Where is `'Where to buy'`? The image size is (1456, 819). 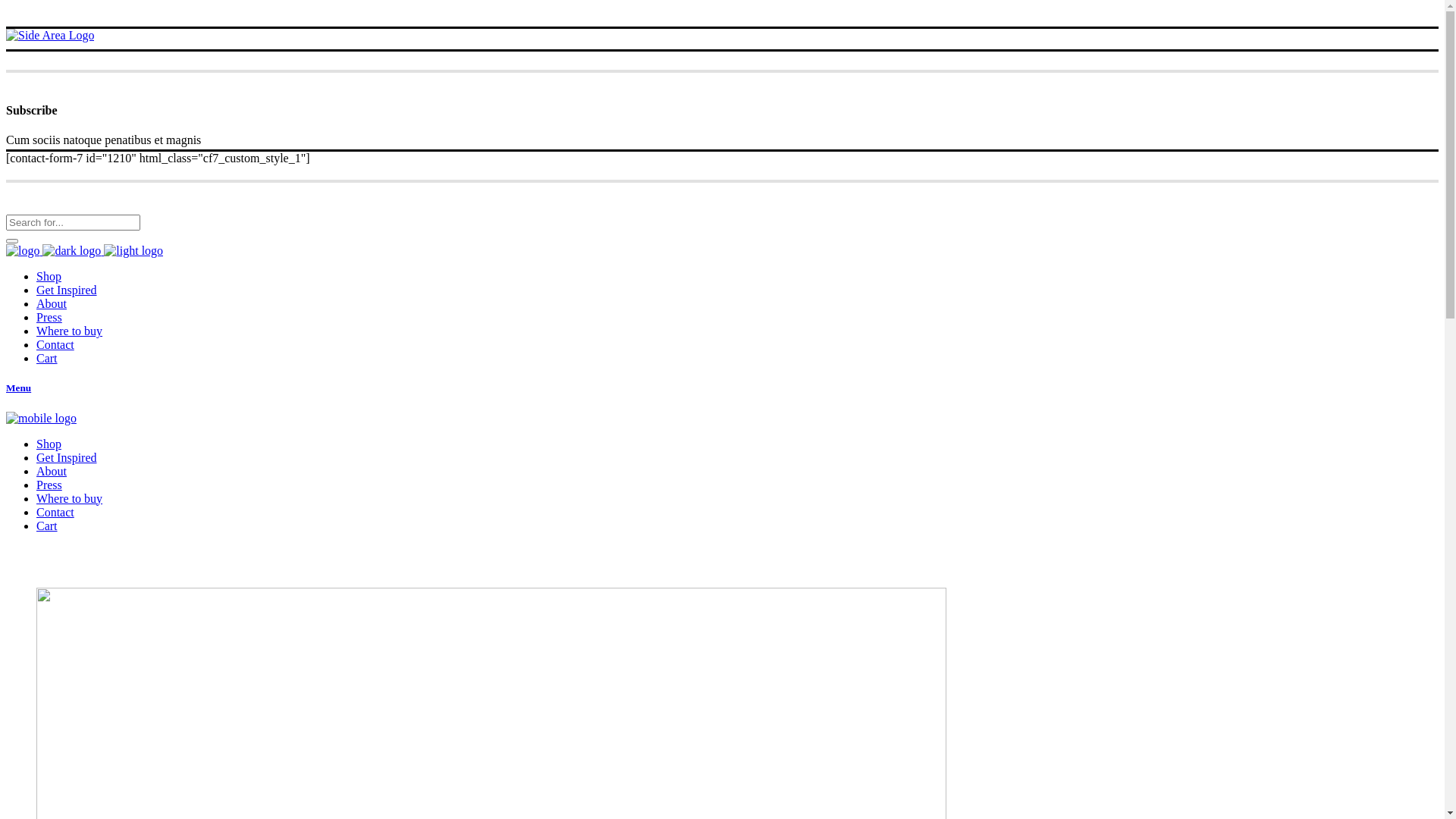
'Where to buy' is located at coordinates (68, 330).